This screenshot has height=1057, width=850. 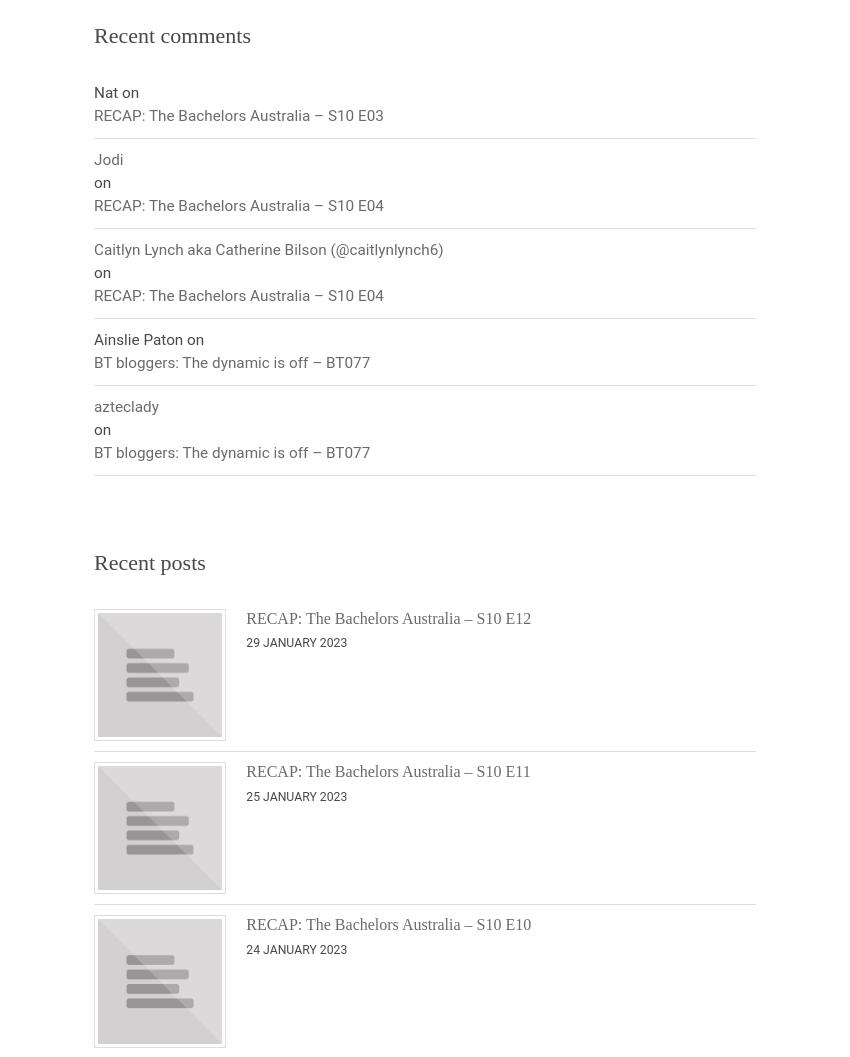 I want to click on 'RECAP: The Bachelors Australia – S10 E10', so click(x=388, y=924).